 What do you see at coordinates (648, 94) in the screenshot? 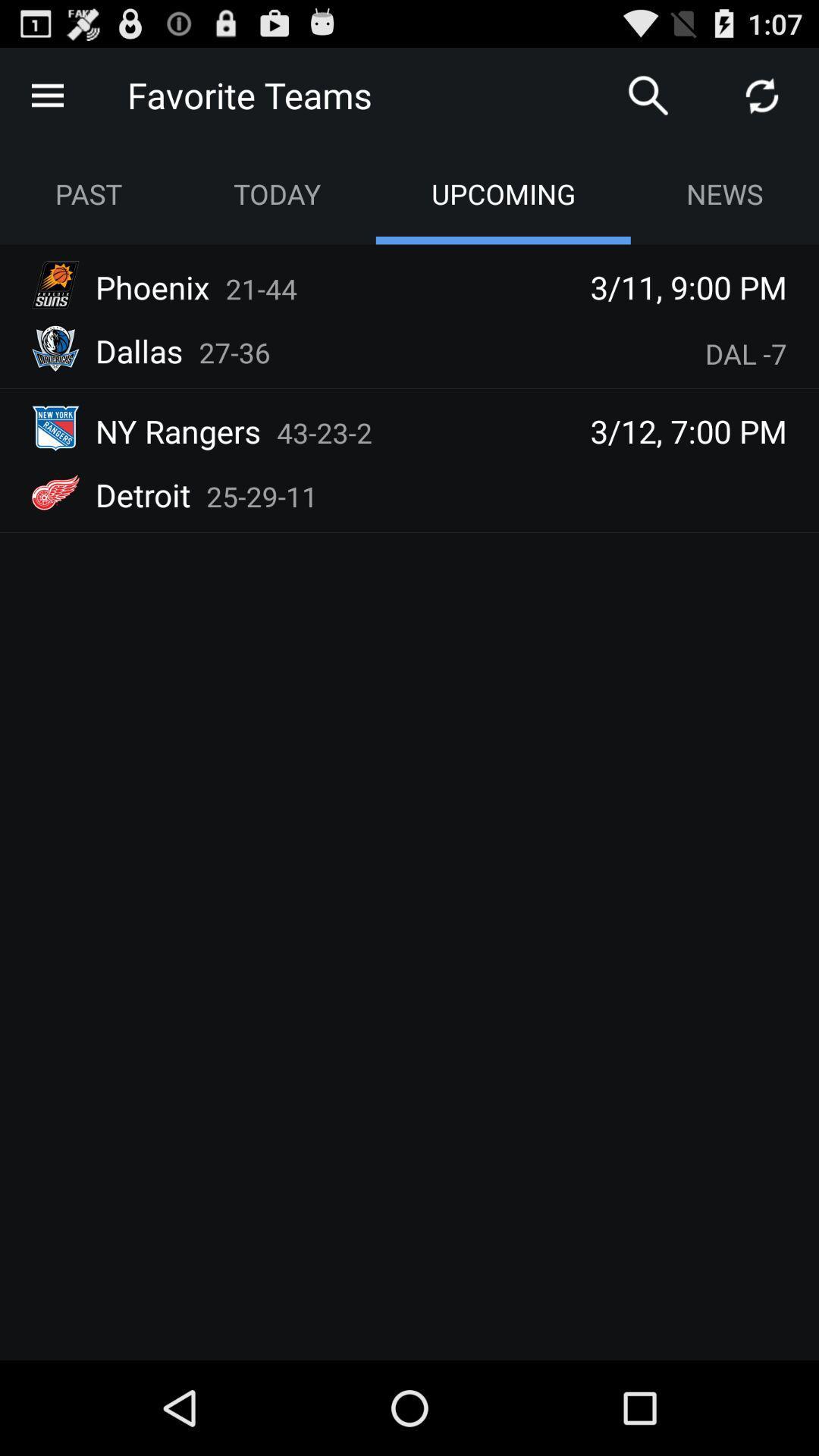
I see `item to the right of today app` at bounding box center [648, 94].